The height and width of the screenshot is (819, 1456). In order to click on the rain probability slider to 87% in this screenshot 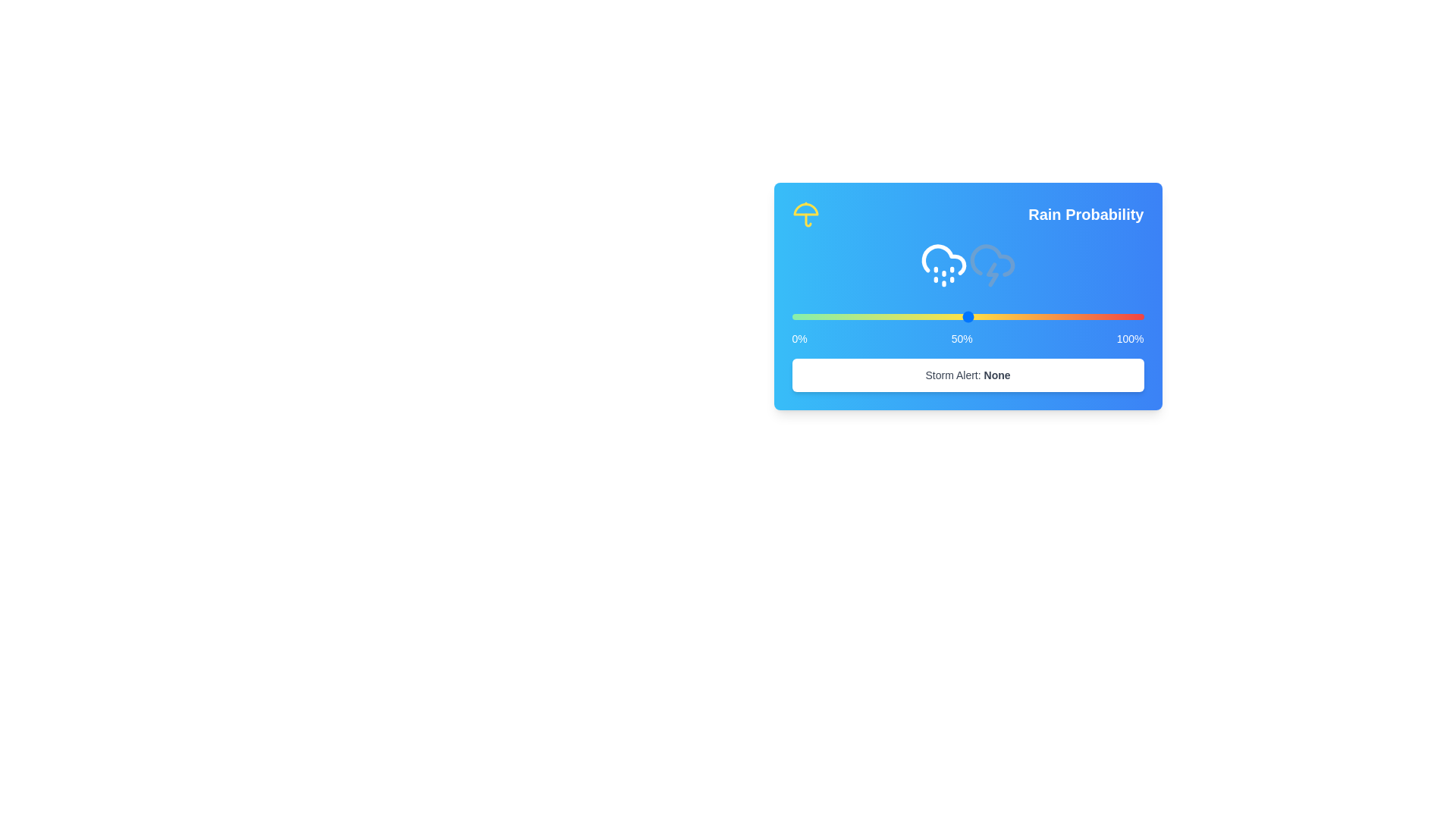, I will do `click(1098, 315)`.